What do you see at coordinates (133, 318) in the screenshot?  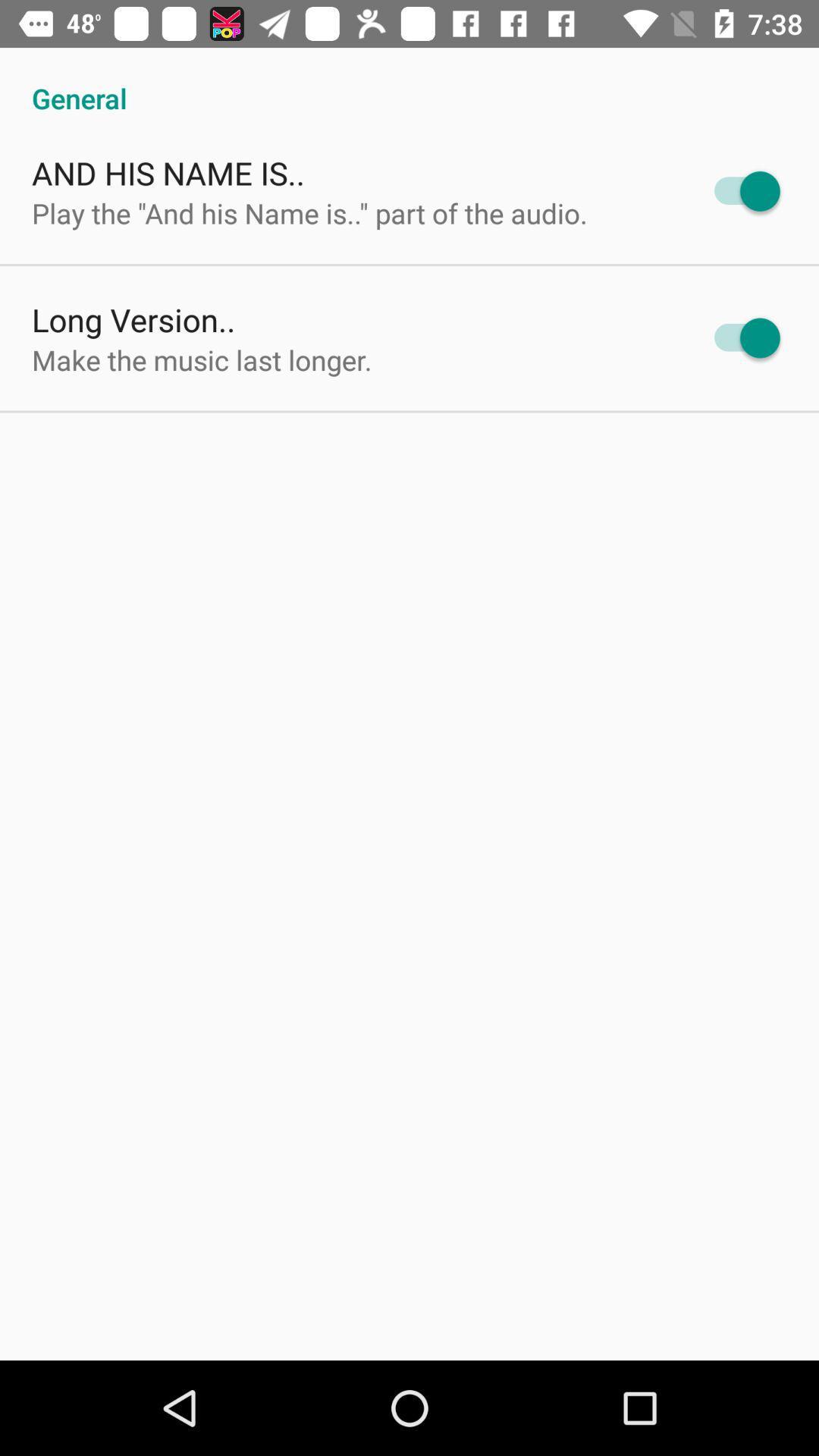 I see `the item below the play the and` at bounding box center [133, 318].